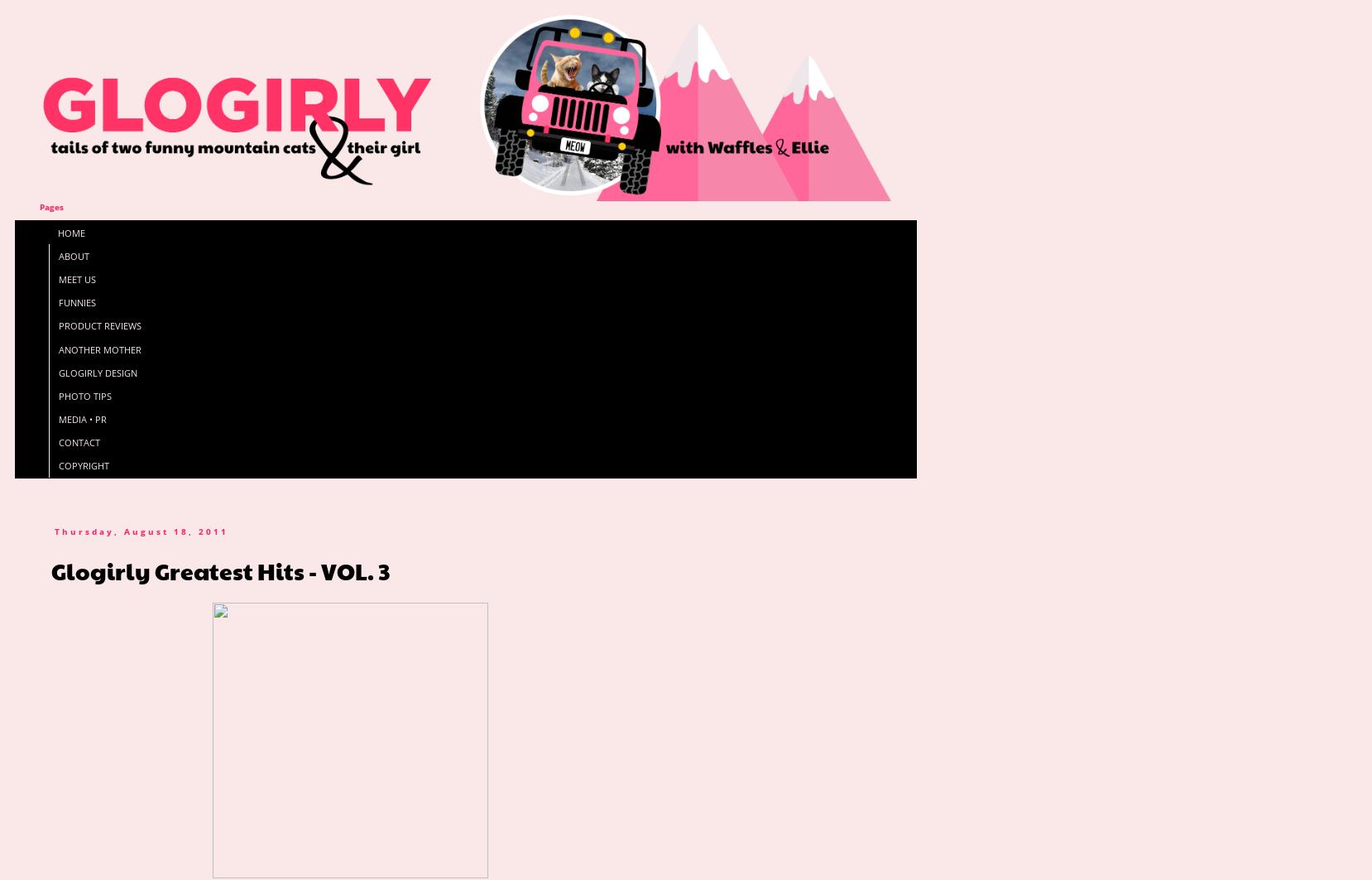 The width and height of the screenshot is (1372, 880). Describe the element at coordinates (81, 419) in the screenshot. I see `'MEDIA • PR'` at that location.